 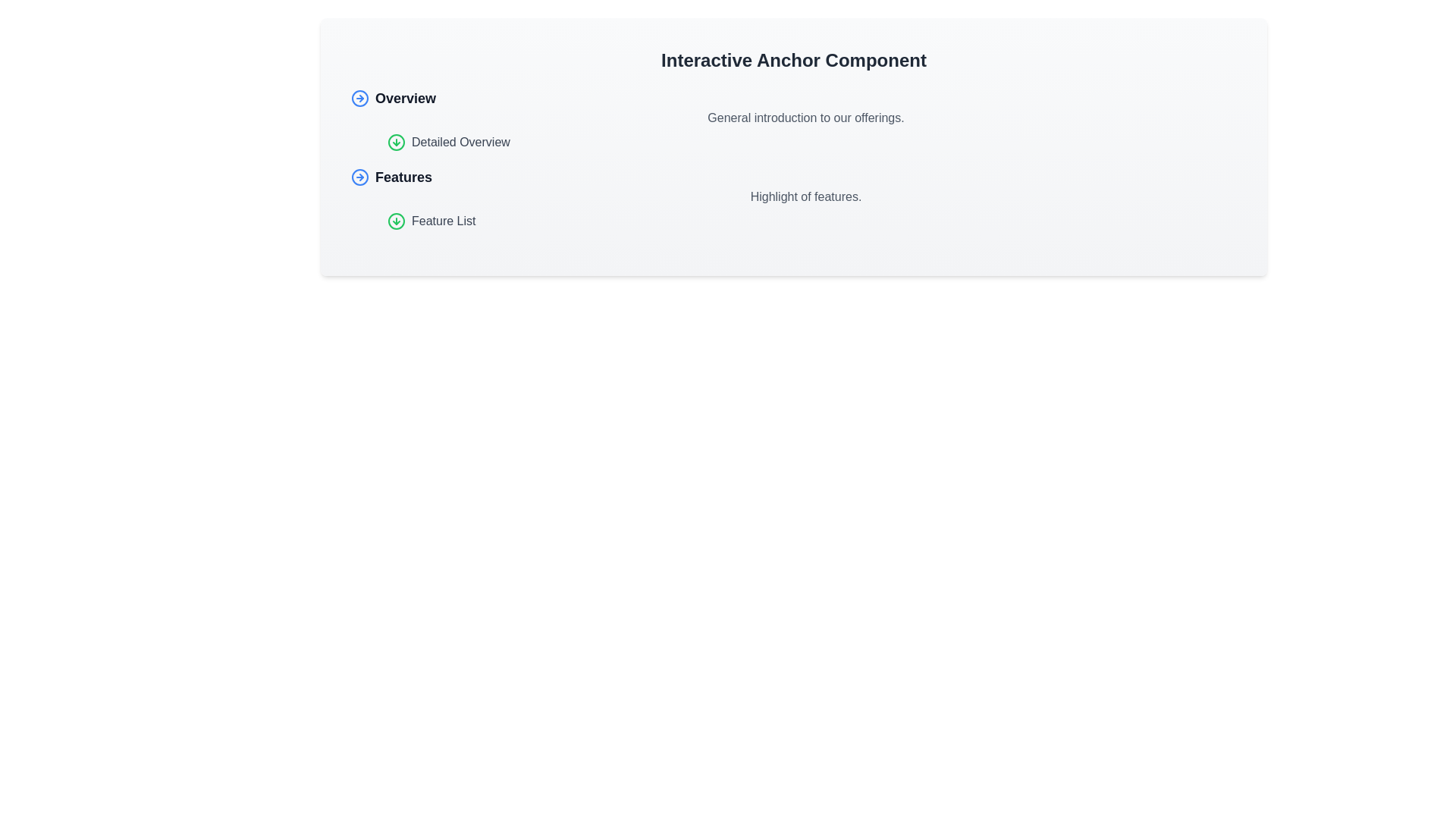 I want to click on the hyperlink located beneath the 'Overview' heading and above the 'Feature List' link, so click(x=460, y=143).